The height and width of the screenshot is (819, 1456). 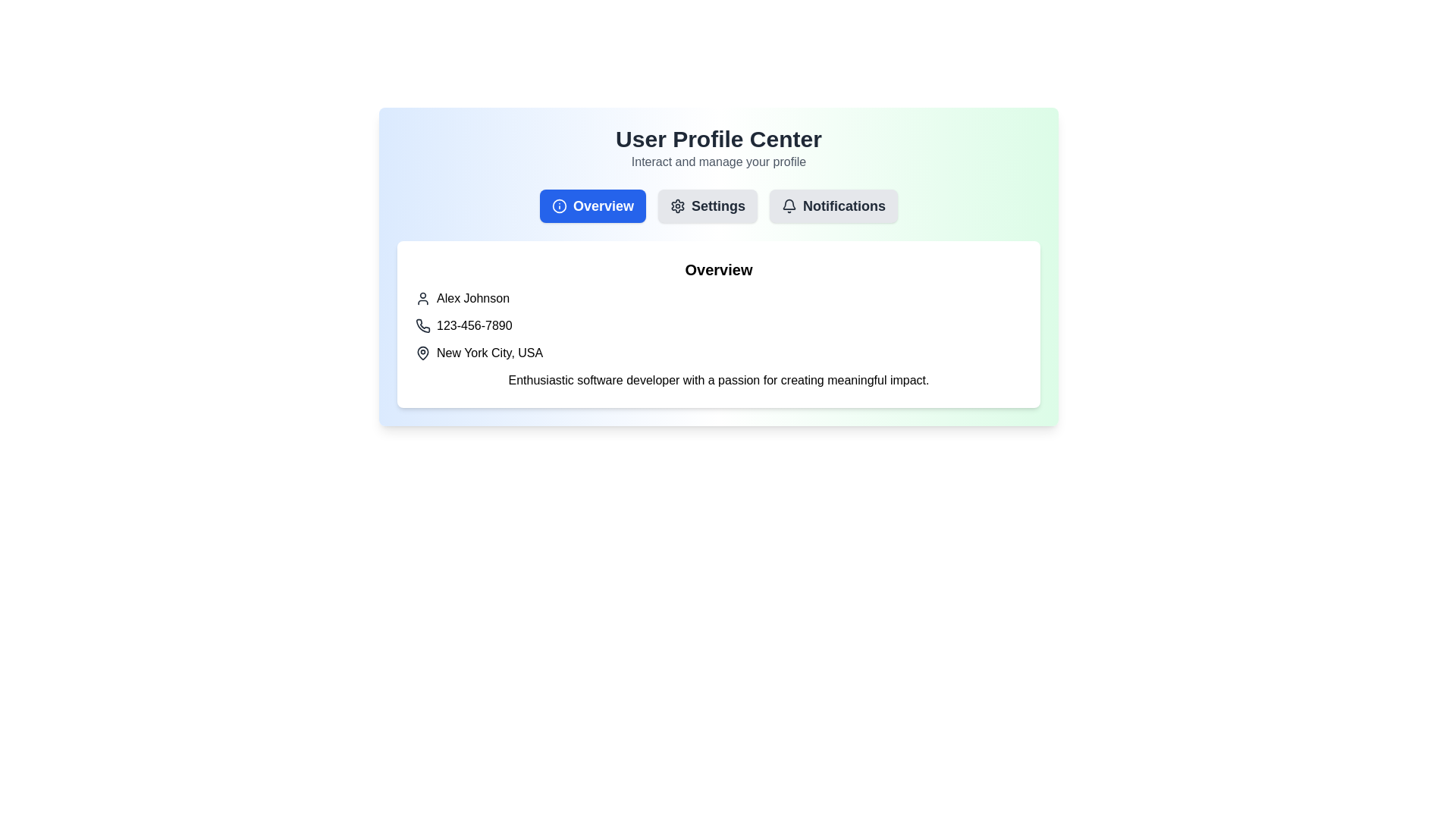 I want to click on the 'Overview' text label, which is a bold and larger font element located at the top center of the layout, directly below the header section, so click(x=718, y=268).